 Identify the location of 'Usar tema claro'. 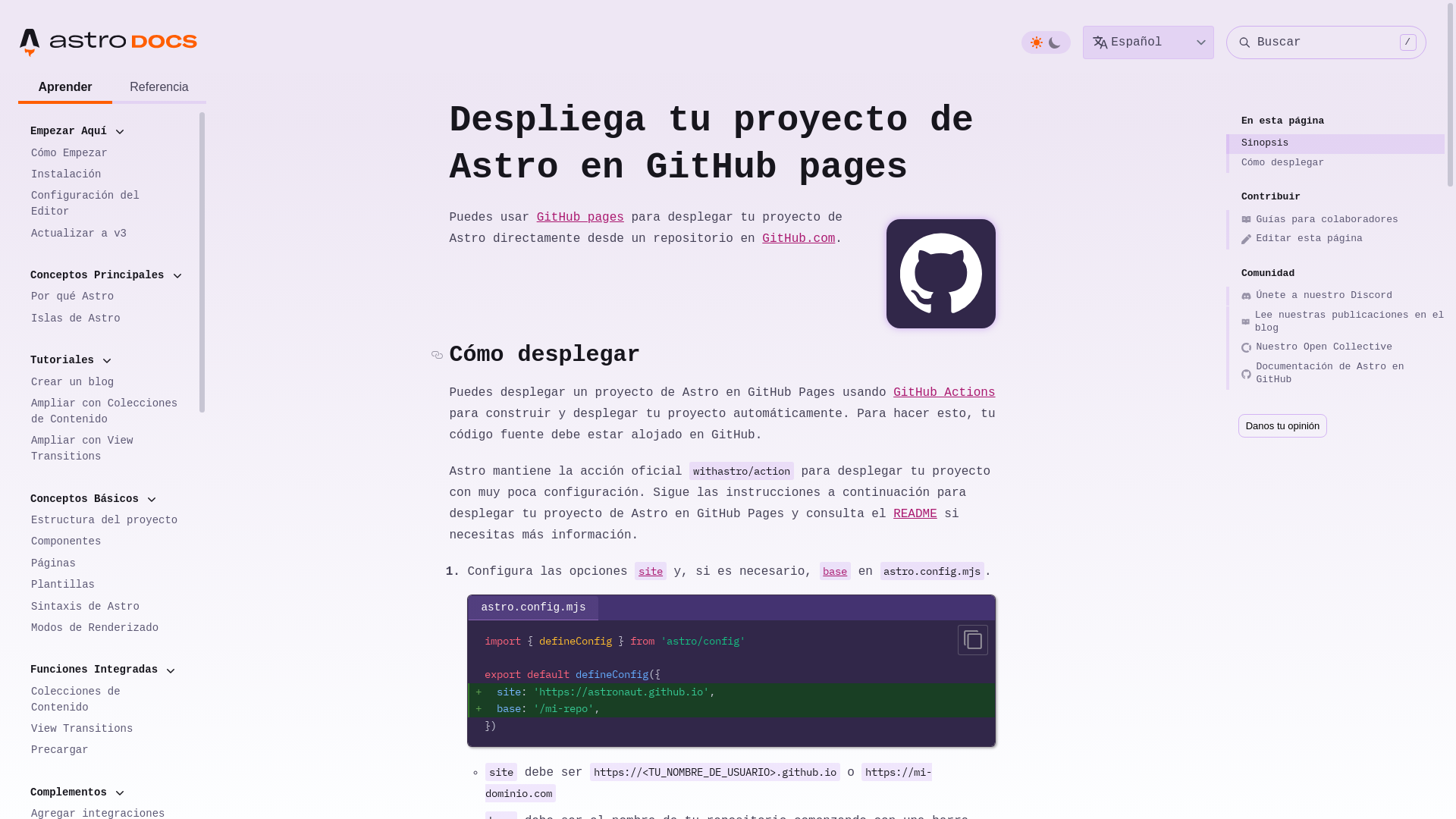
(1036, 42).